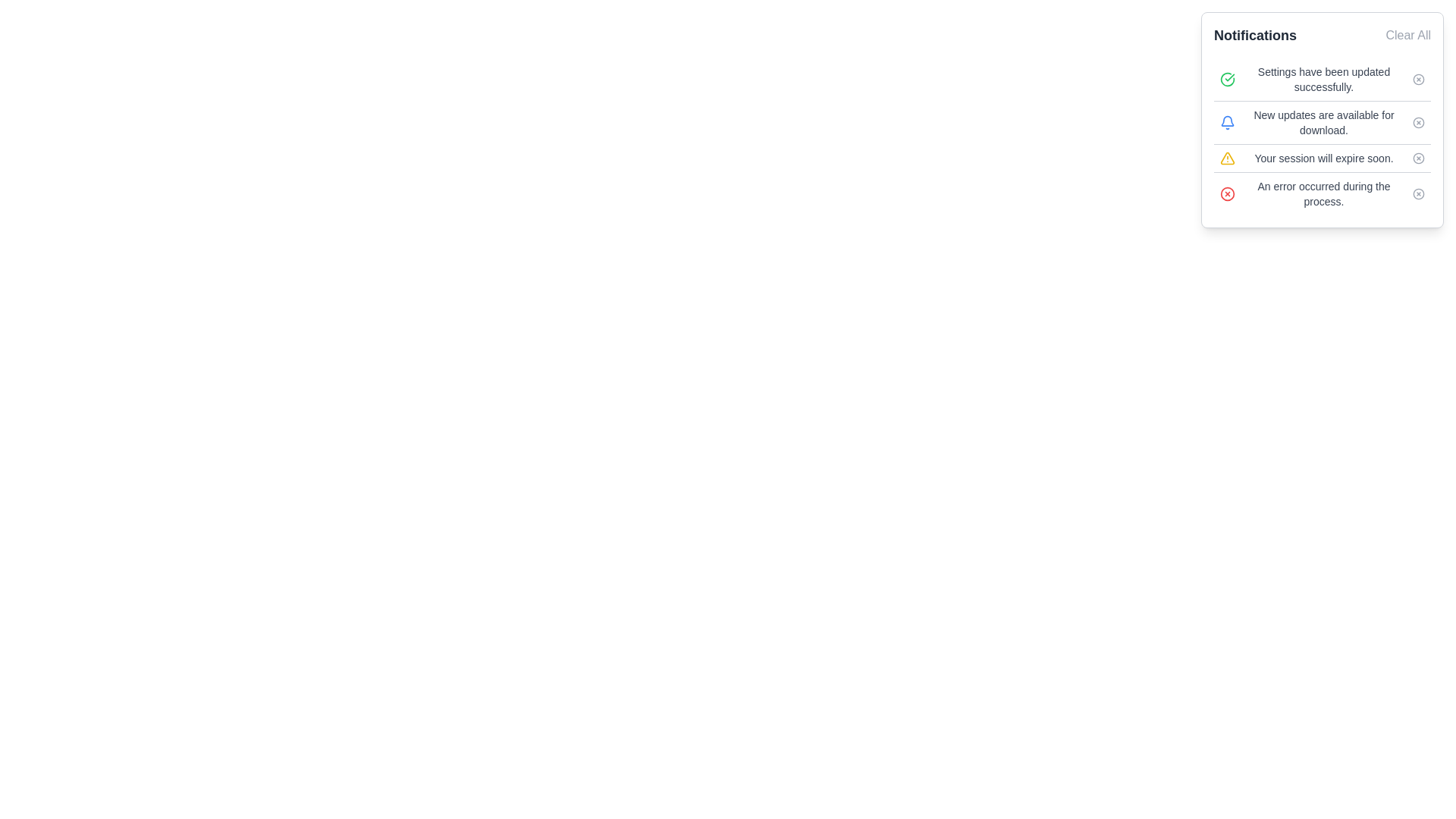 The image size is (1456, 819). Describe the element at coordinates (1323, 158) in the screenshot. I see `warning message displayed in the Text Label located within the notification panel on the right side of the interface, which indicates that the user's session is about to expire` at that location.